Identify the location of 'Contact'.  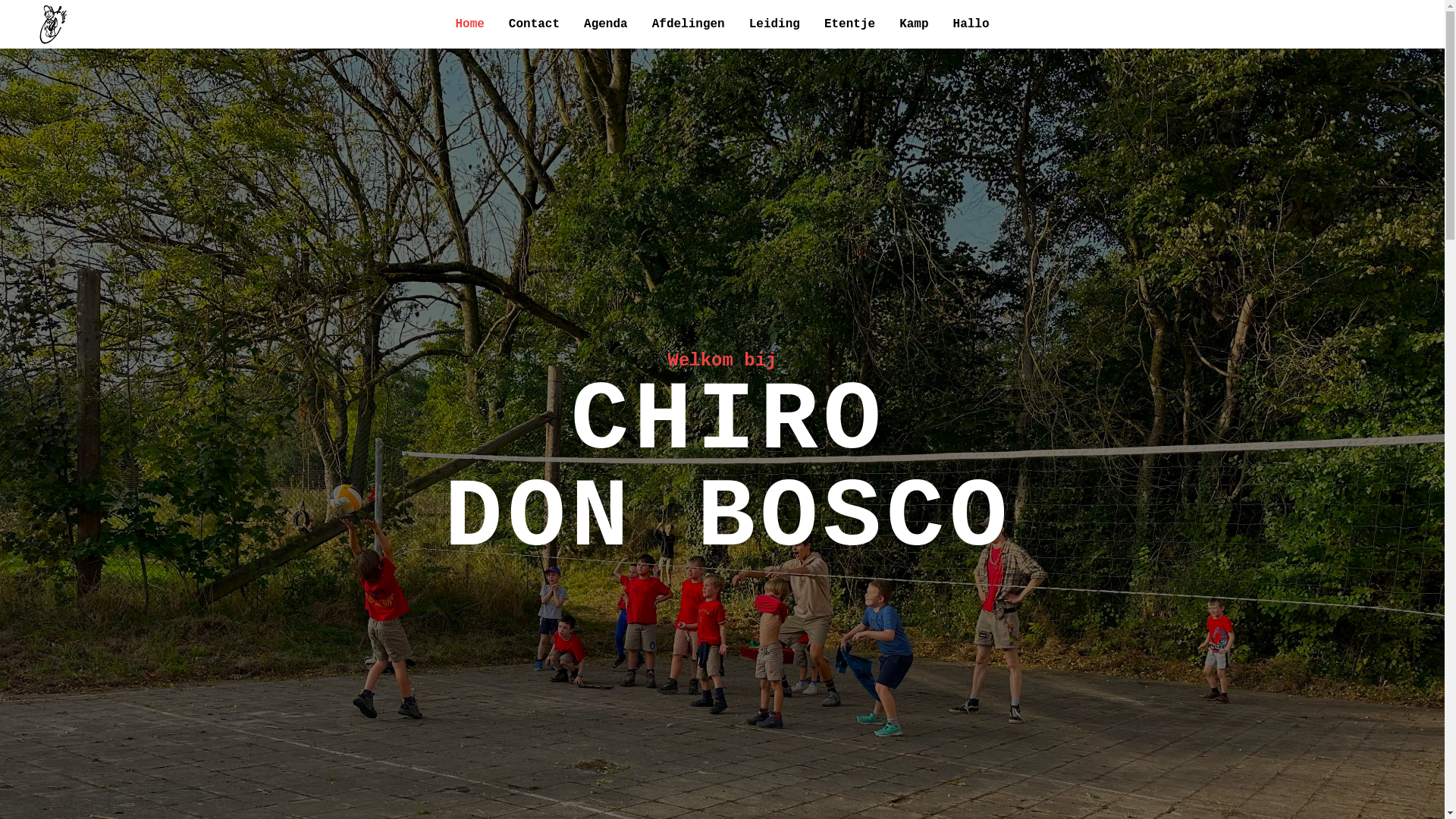
(534, 24).